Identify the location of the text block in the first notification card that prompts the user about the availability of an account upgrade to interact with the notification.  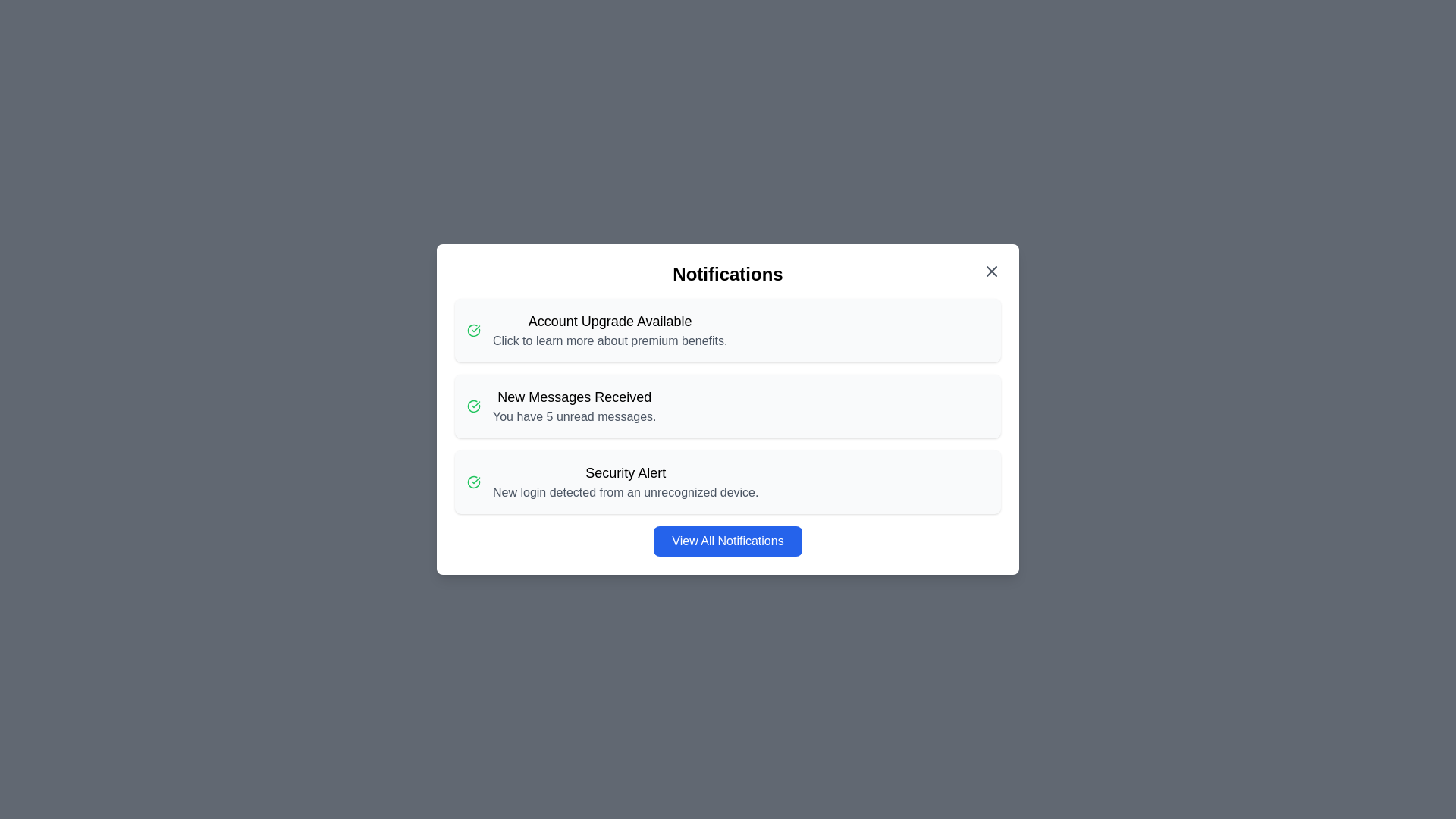
(610, 329).